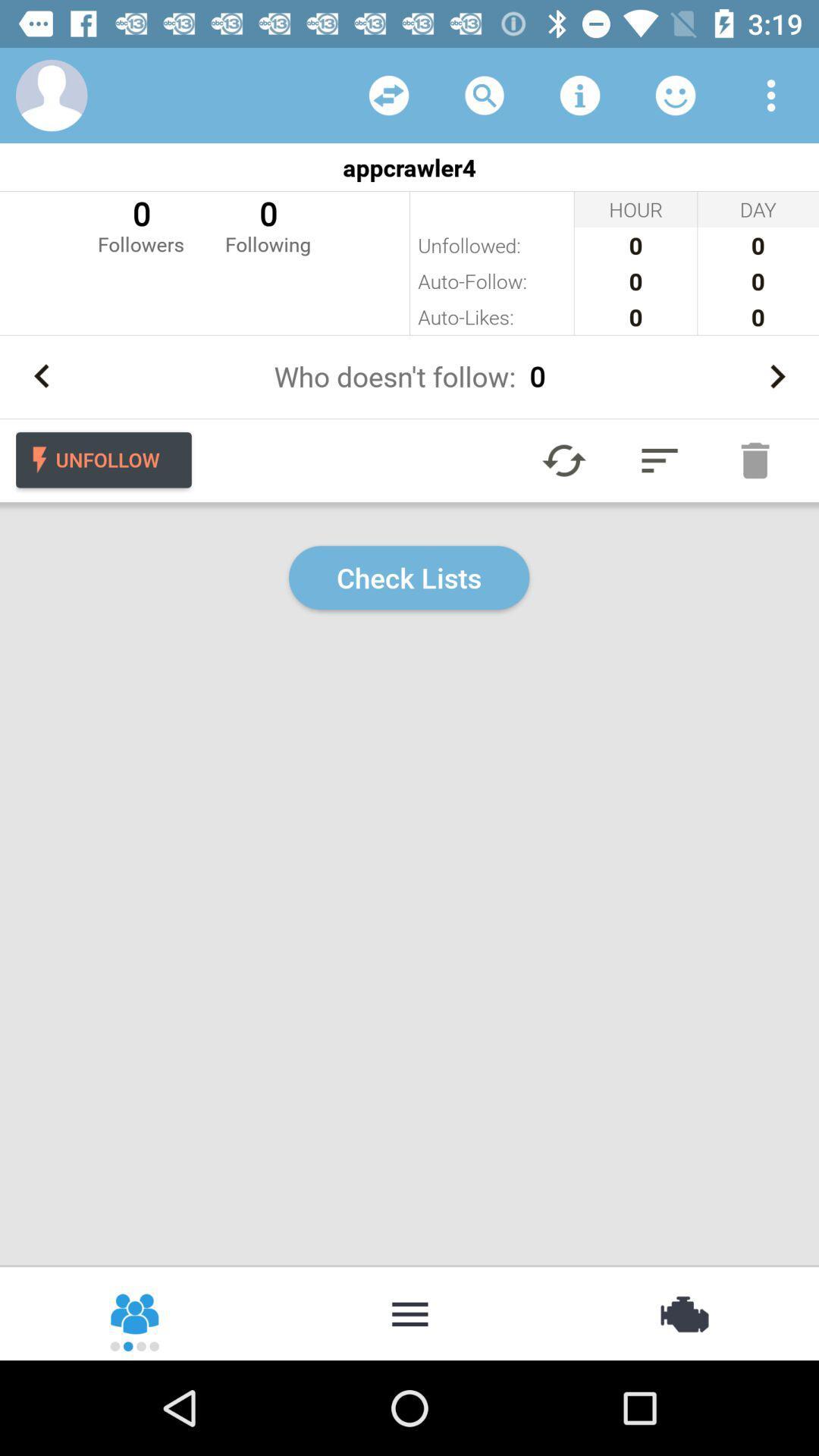  What do you see at coordinates (388, 94) in the screenshot?
I see `see other page` at bounding box center [388, 94].